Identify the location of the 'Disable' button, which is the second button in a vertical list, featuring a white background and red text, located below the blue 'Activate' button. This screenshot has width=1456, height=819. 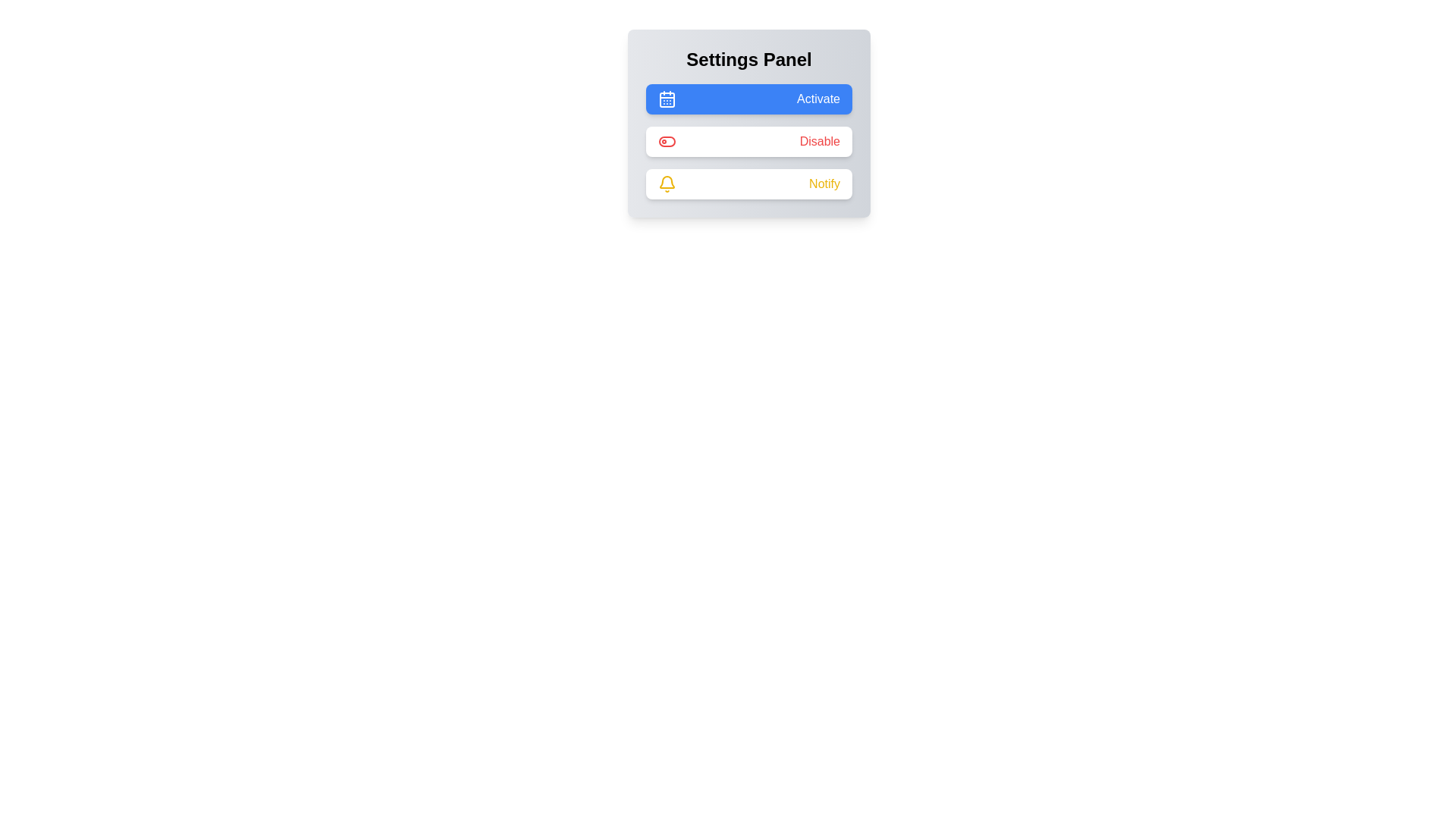
(749, 141).